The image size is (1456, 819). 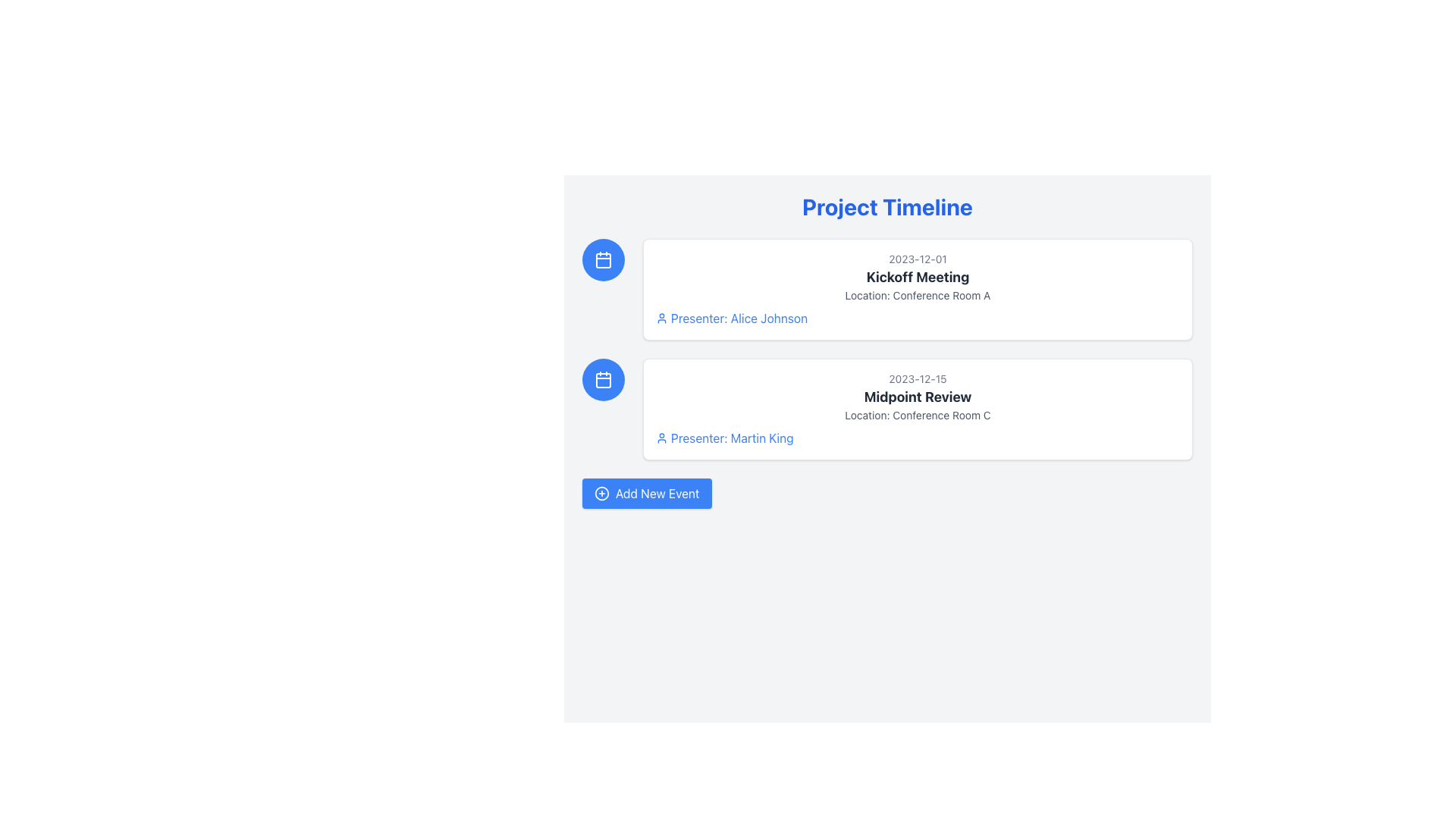 What do you see at coordinates (662, 318) in the screenshot?
I see `the small blue user icon resembling a person silhouette, which is positioned to the left of the text 'Presenter: Alice Johnson' in the timeline interface` at bounding box center [662, 318].